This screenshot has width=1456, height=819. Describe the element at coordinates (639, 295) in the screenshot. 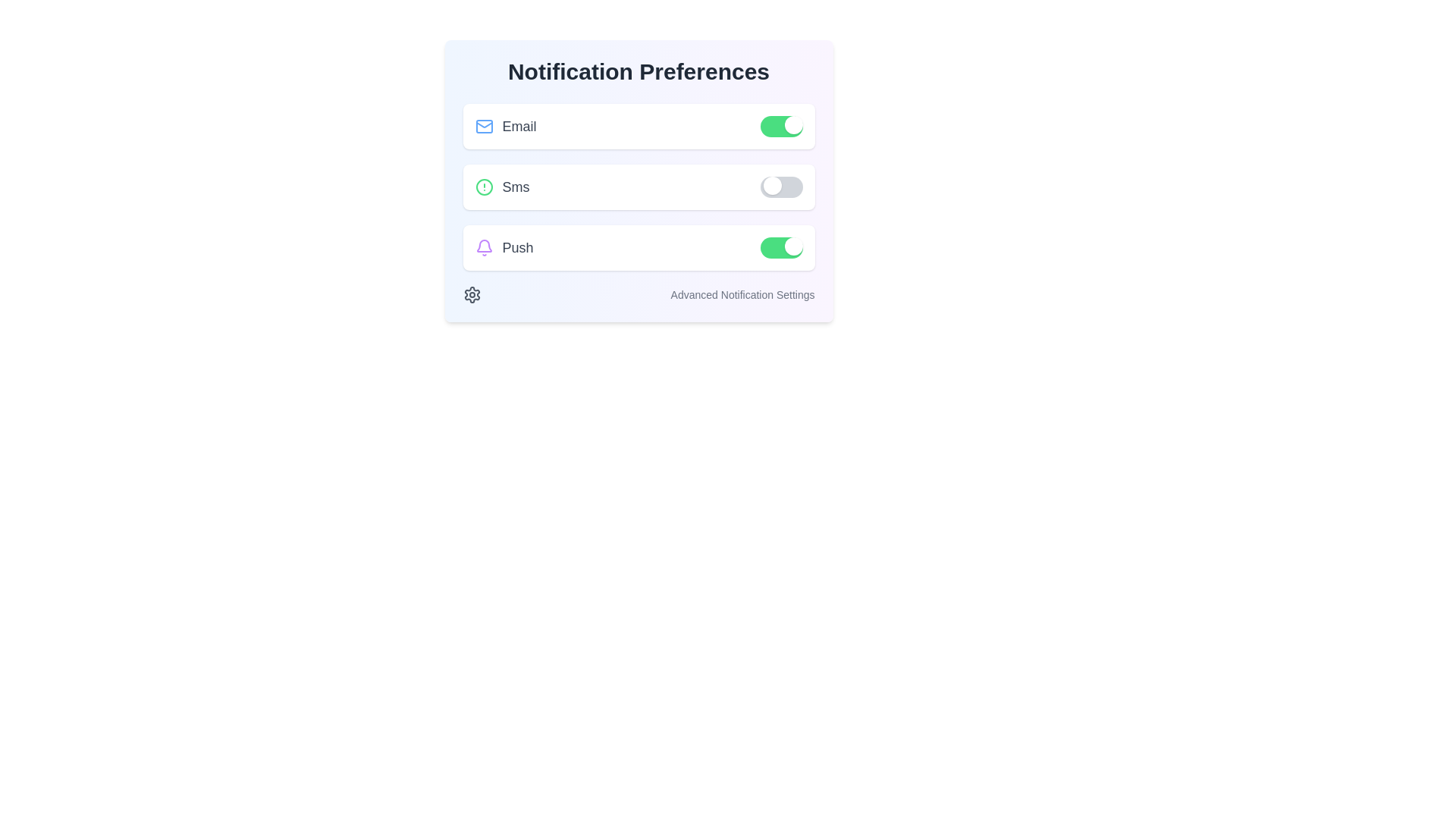

I see `the 'Advanced Notification Settings' text to navigate to further options` at that location.